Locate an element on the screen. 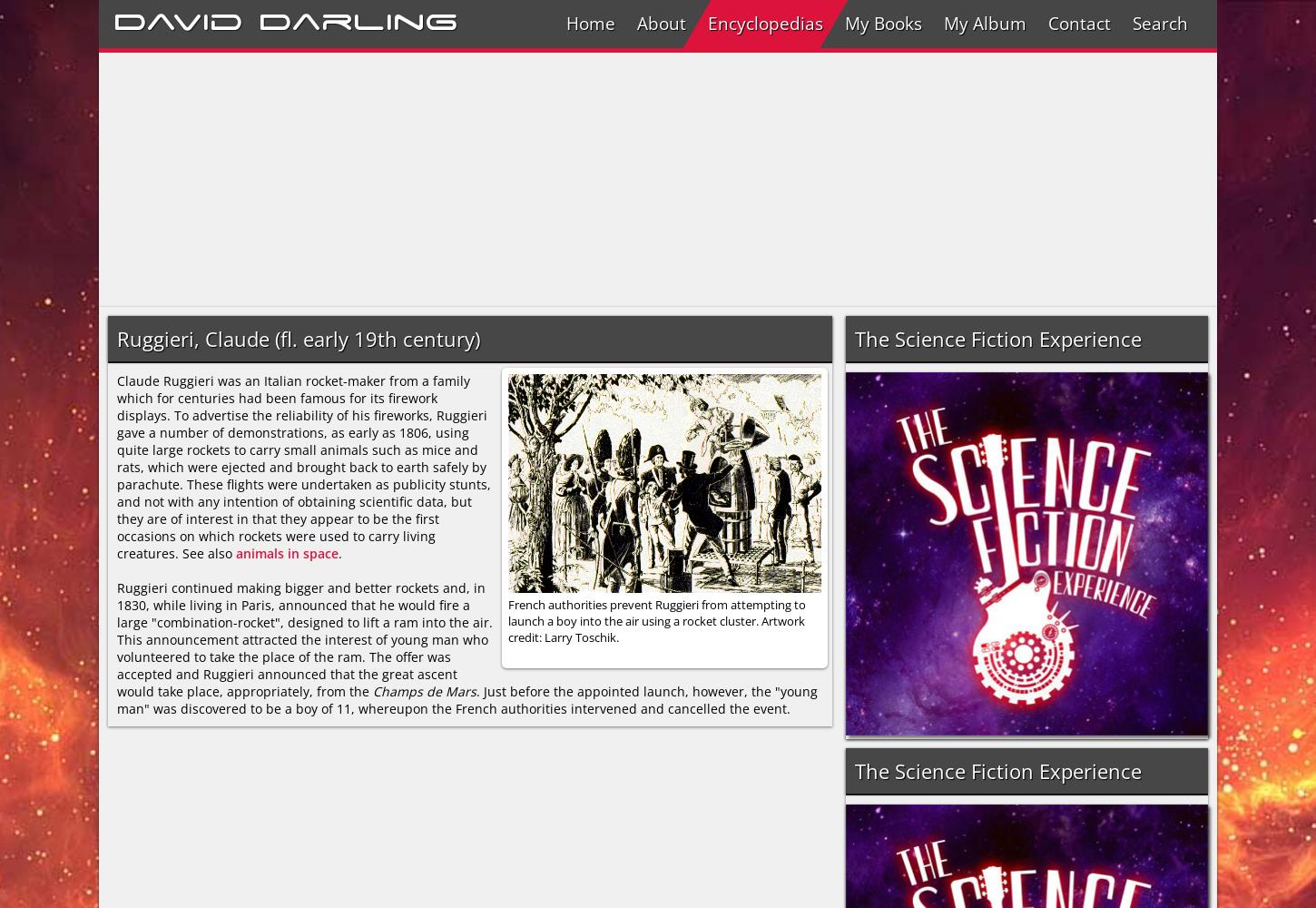 This screenshot has height=908, width=1316. 'animals 
            in space' is located at coordinates (286, 552).